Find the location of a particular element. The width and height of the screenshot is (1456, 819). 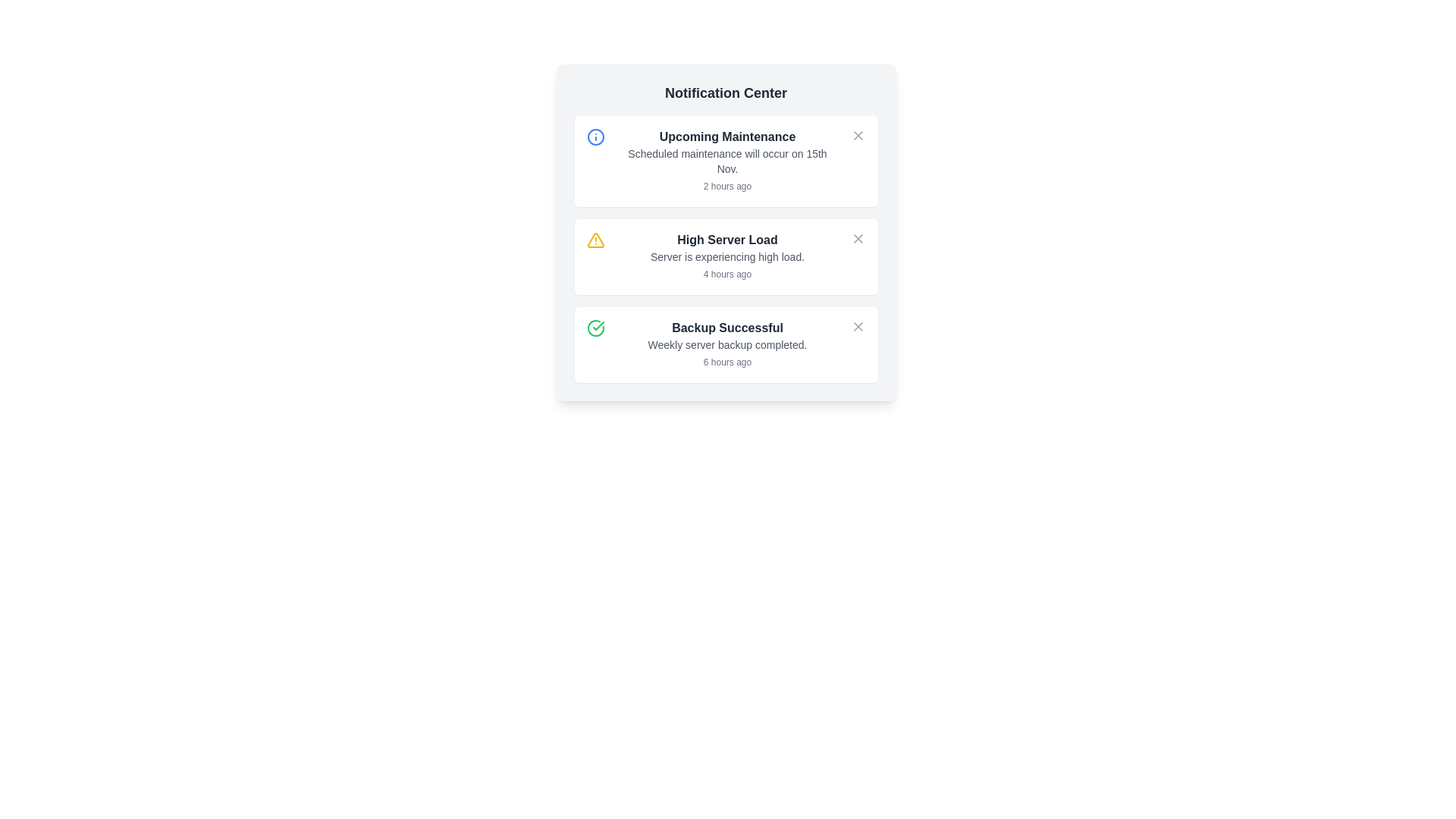

the 'X'-shaped icon button located at the top-right corner of the 'High Server Load' notification block is located at coordinates (858, 326).